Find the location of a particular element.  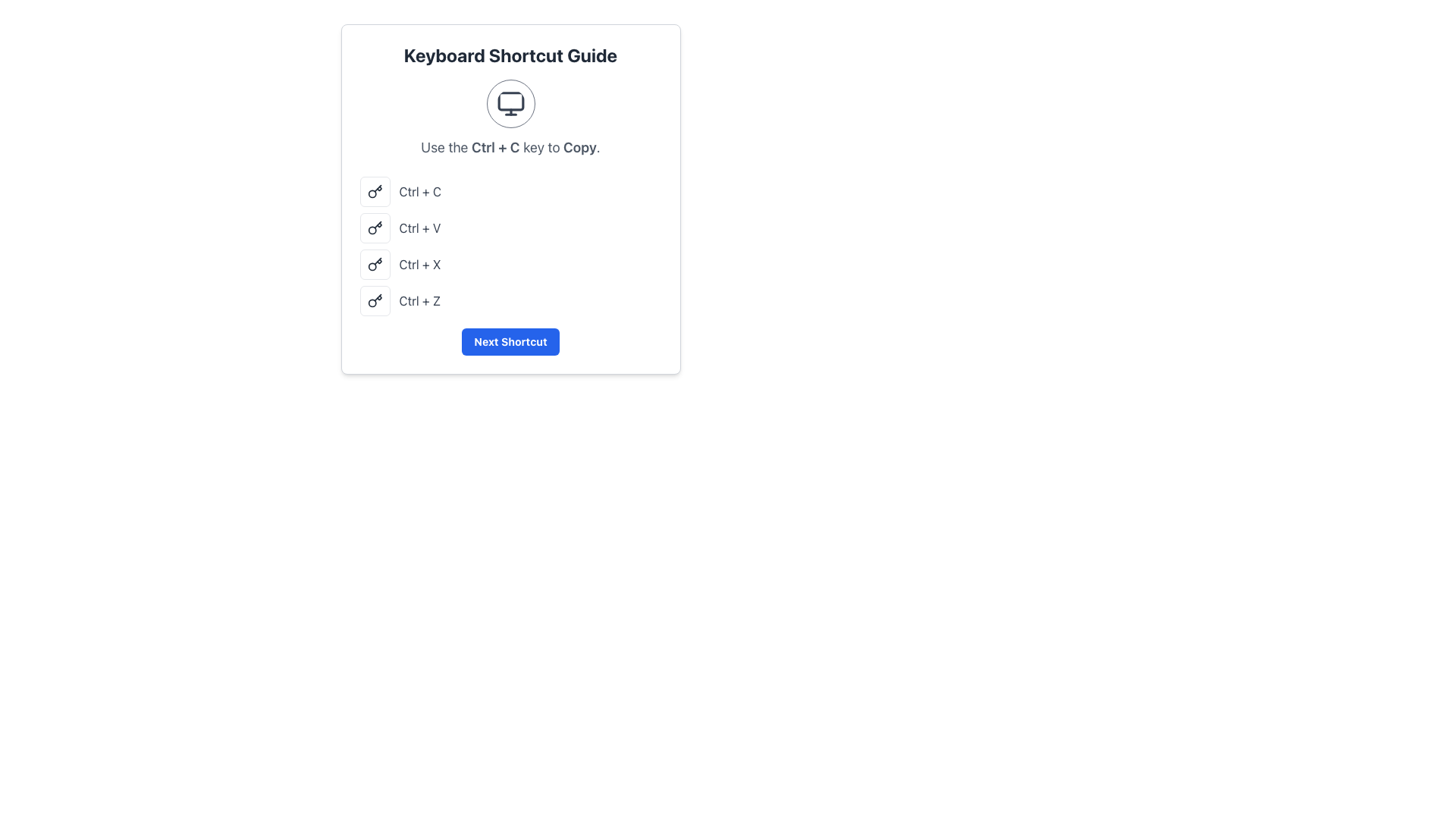

text label displaying the word 'Copy' which is emphasized in bold and located to the right of 'Ctrl + C' in the interface is located at coordinates (579, 147).